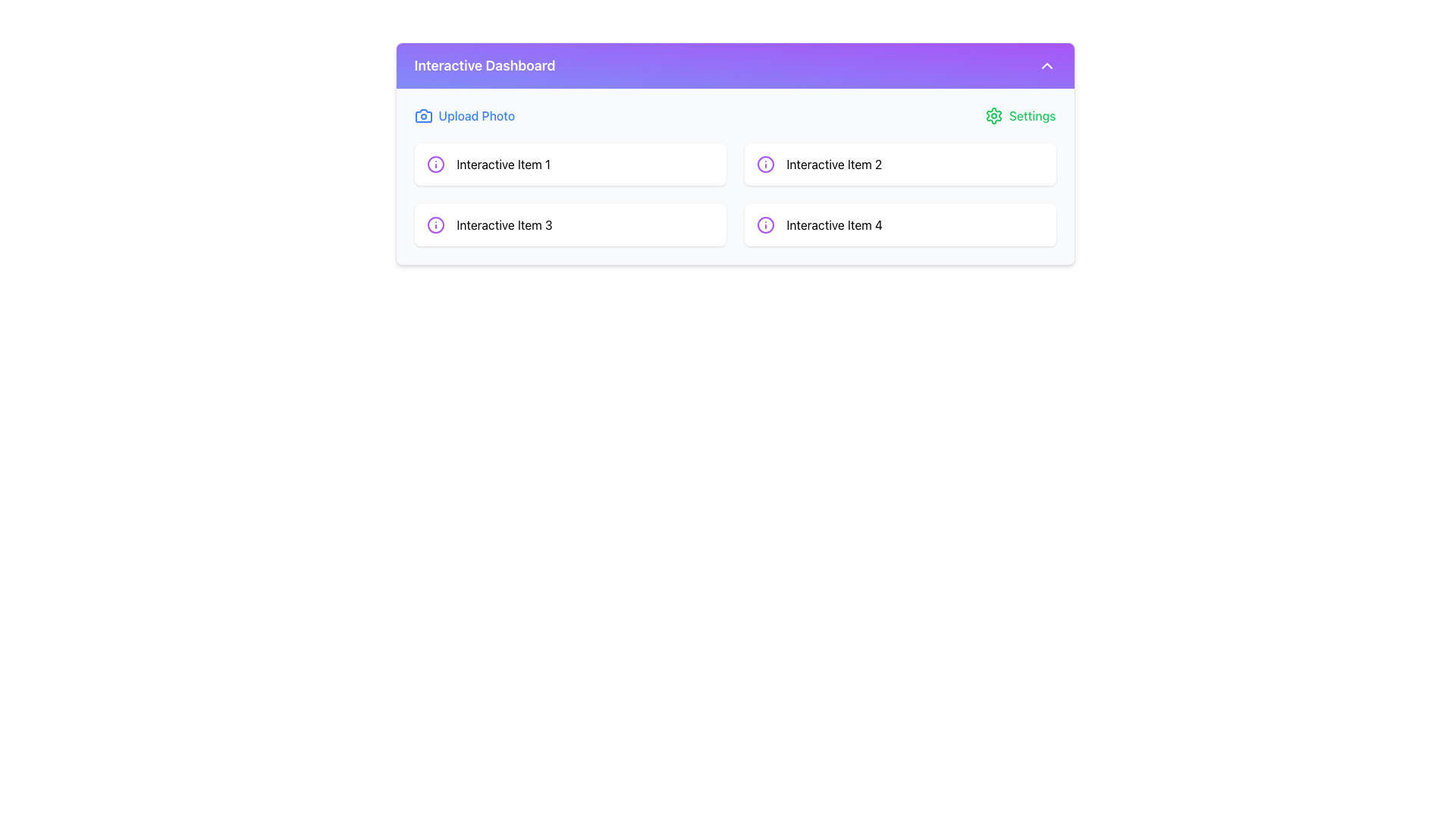 Image resolution: width=1456 pixels, height=819 pixels. I want to click on the informational icon located to the left of 'Interactive Item 2' in the top-right card of the grid layout, so click(765, 164).